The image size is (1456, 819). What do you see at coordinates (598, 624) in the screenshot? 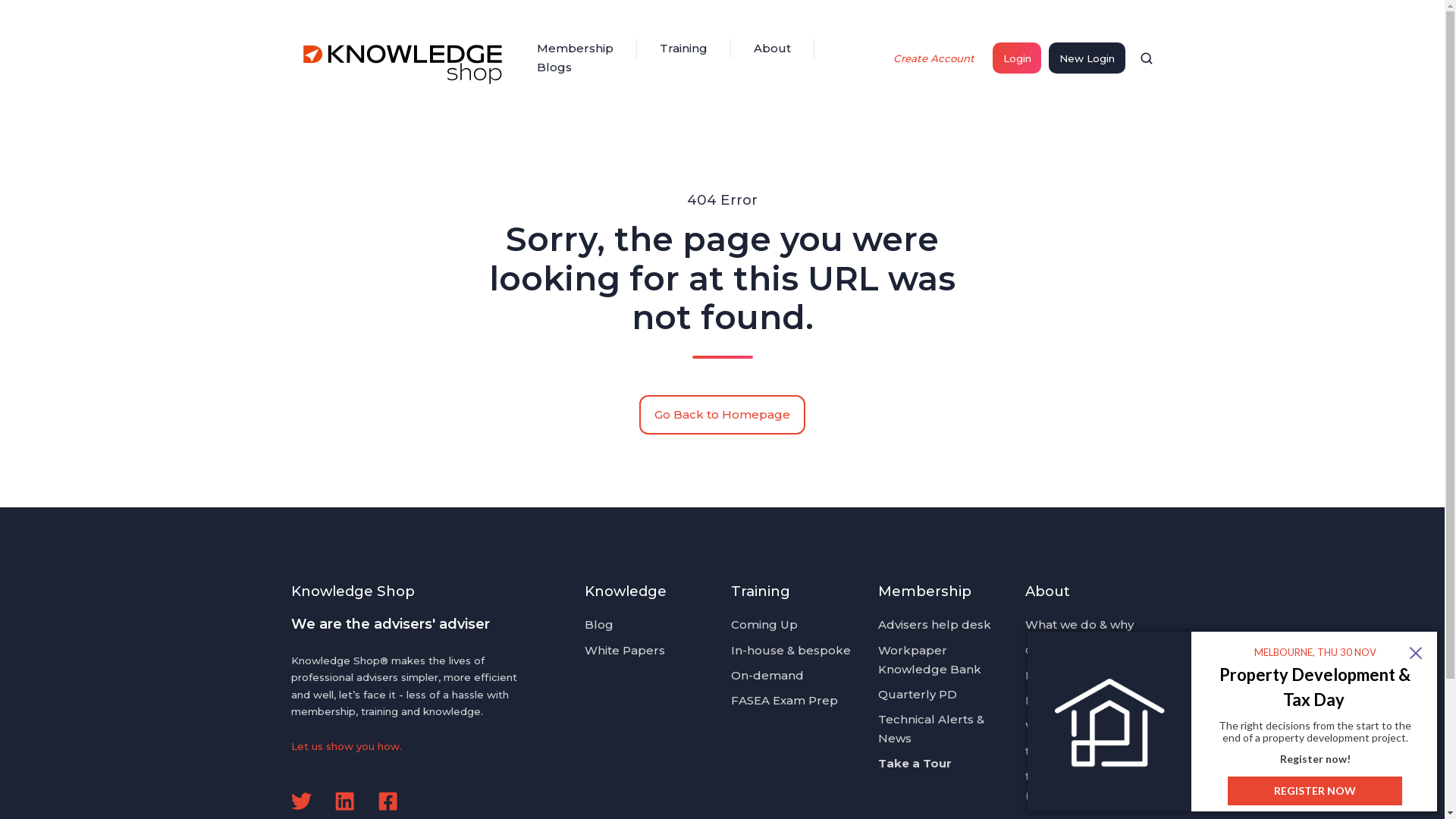
I see `'Blog'` at bounding box center [598, 624].